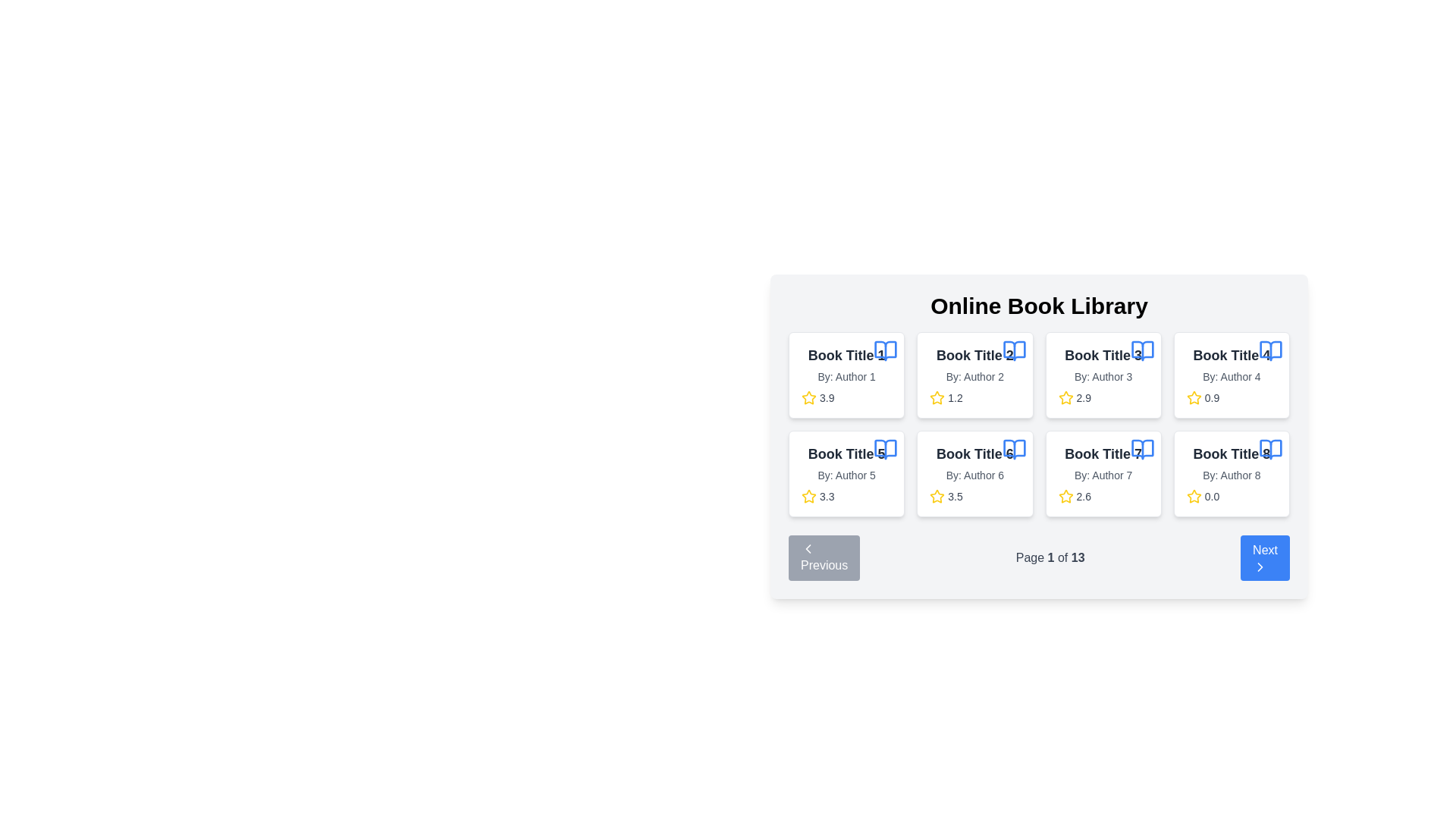 The height and width of the screenshot is (819, 1456). I want to click on the second title text in the grid layout of cards, which identifies a book in the Online Book Library, so click(974, 356).